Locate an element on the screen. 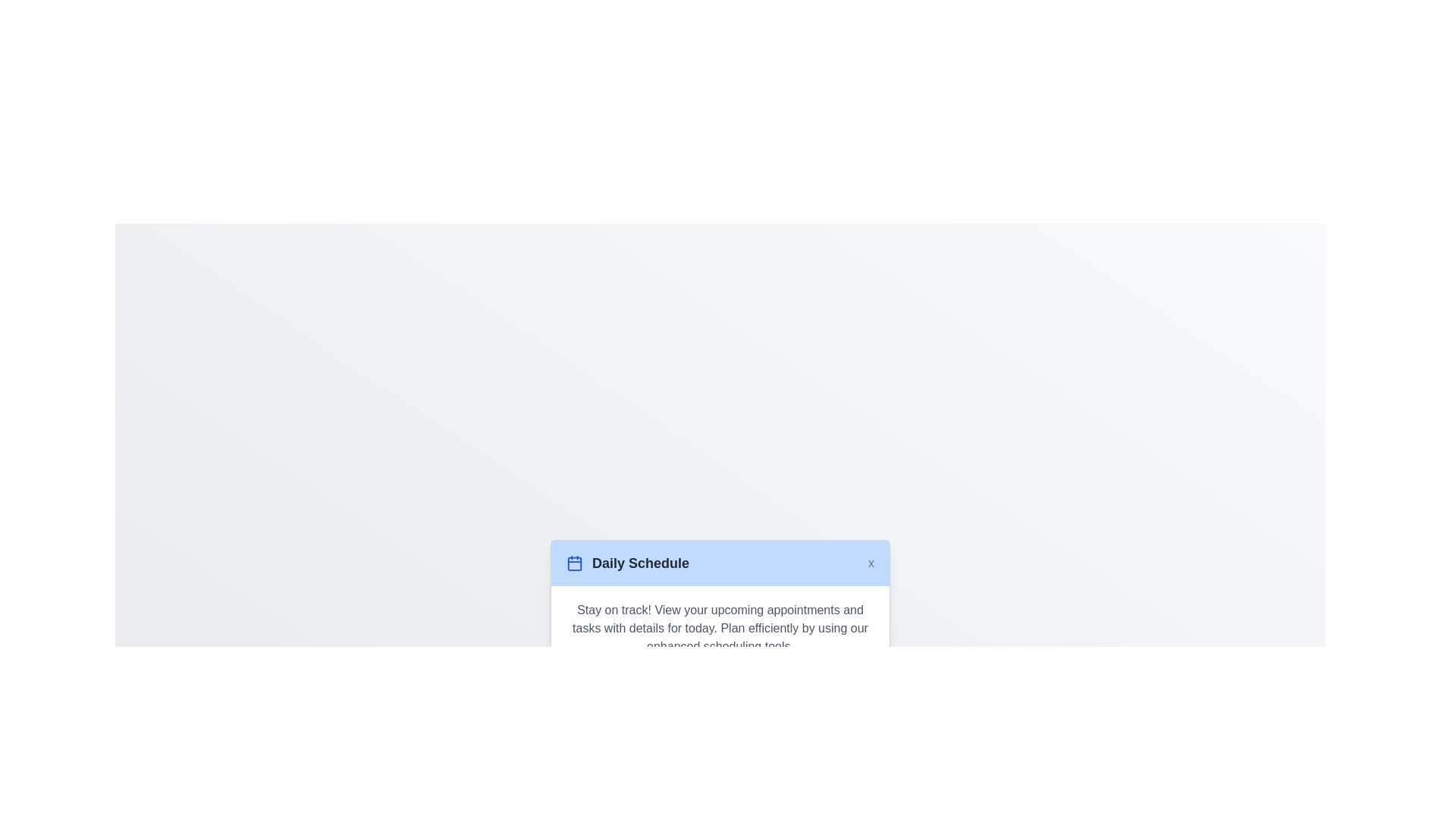 The image size is (1456, 819). the close button represented by the 'x' icon located in the upper right corner of the blue 'Daily Schedule' section is located at coordinates (871, 562).